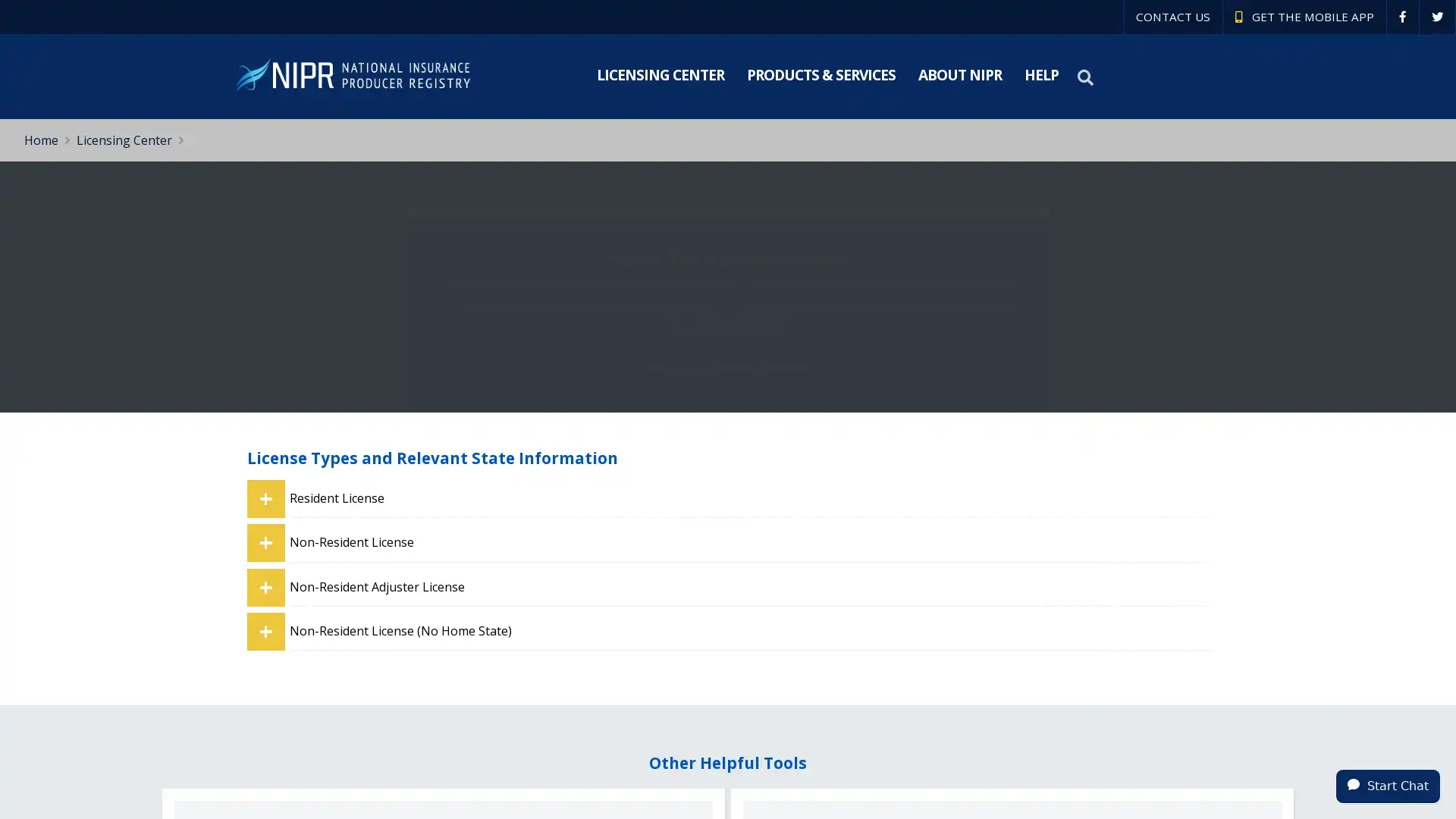 This screenshot has height=819, width=1456. I want to click on Search NIPR, so click(1087, 77).